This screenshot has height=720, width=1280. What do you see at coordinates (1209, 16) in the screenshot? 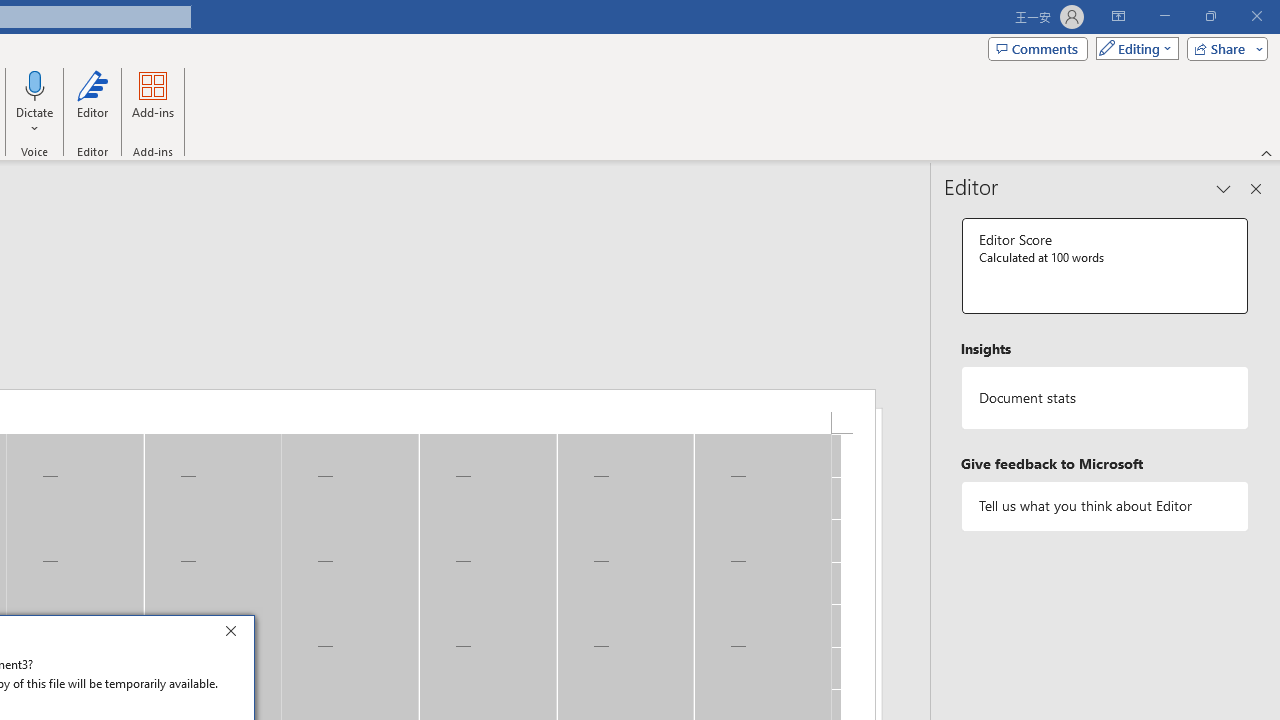
I see `'Restore Down'` at bounding box center [1209, 16].